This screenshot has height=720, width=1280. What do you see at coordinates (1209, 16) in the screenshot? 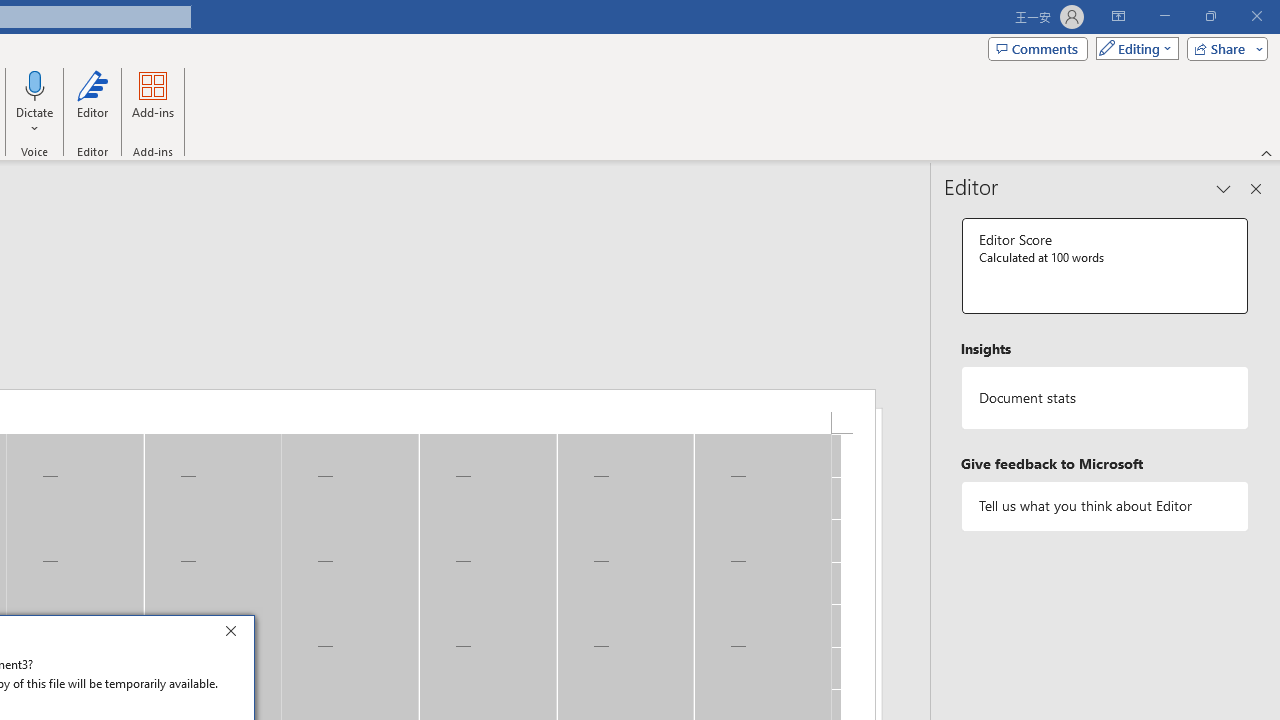
I see `'Restore Down'` at bounding box center [1209, 16].